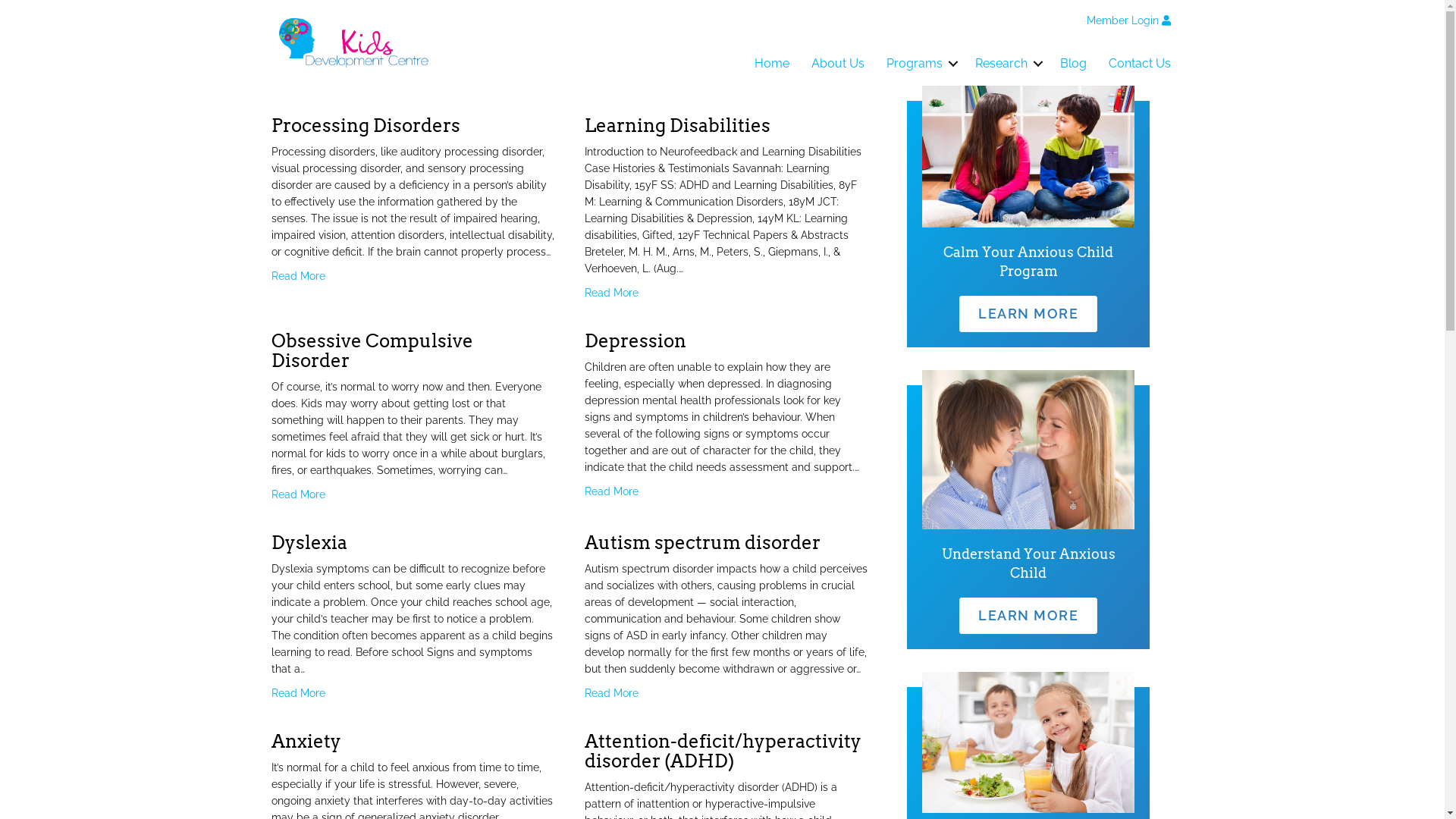  I want to click on 'About Us', so click(836, 63).